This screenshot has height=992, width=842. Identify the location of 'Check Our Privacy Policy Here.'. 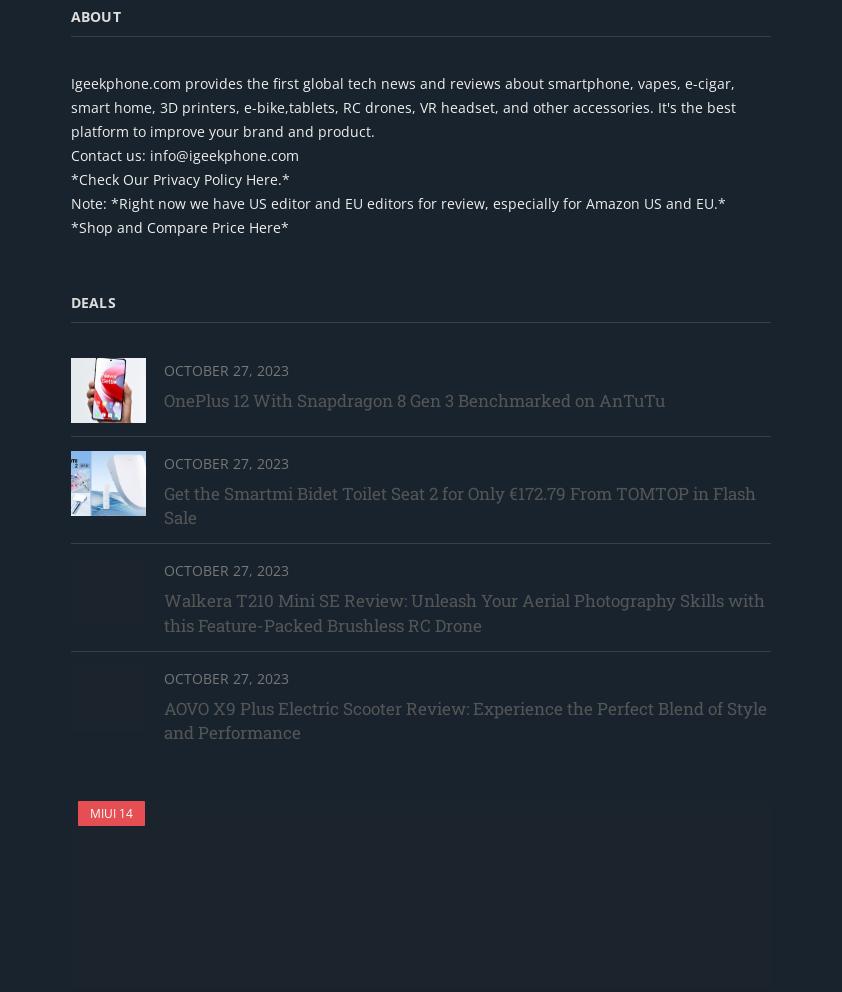
(179, 177).